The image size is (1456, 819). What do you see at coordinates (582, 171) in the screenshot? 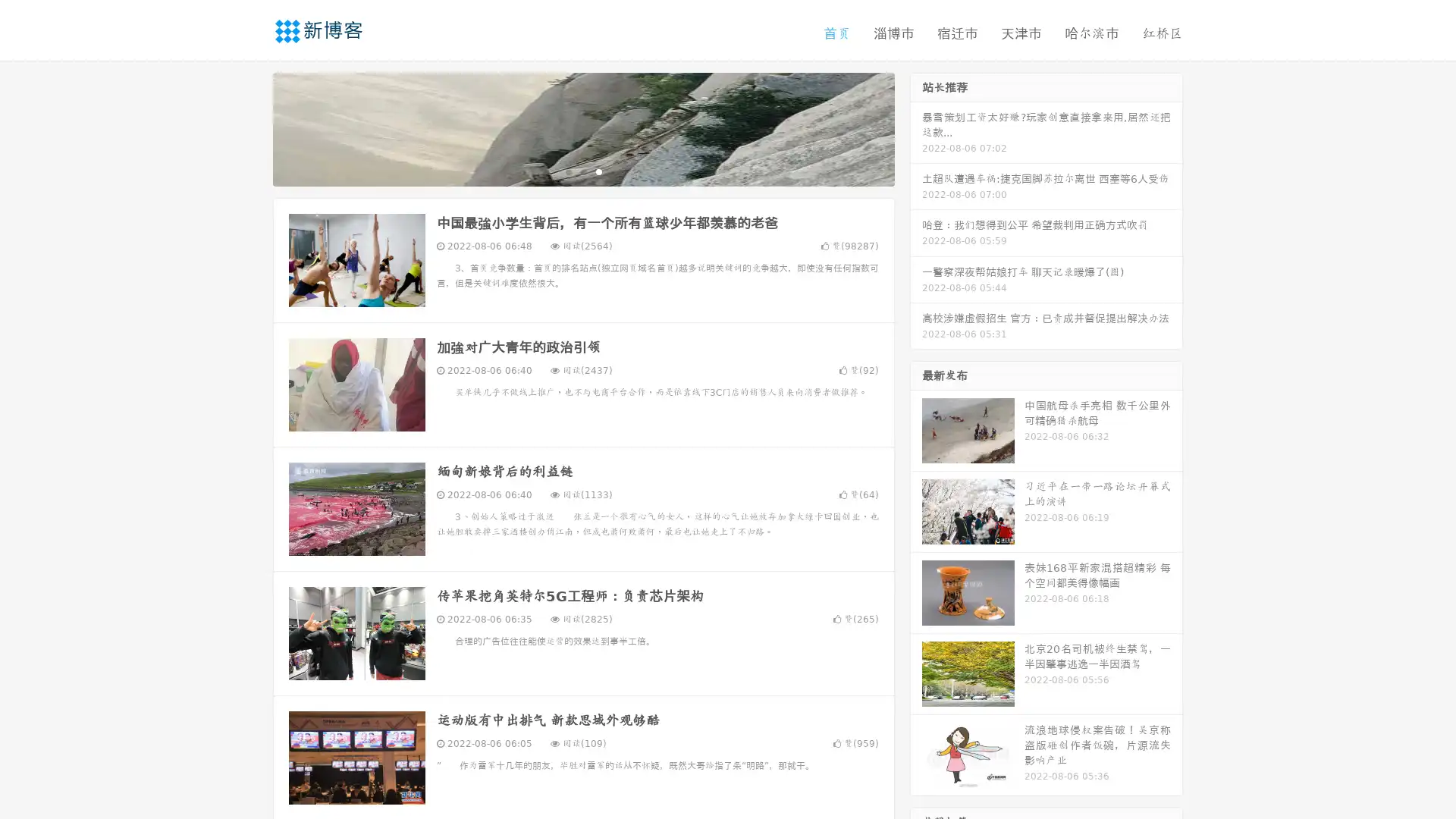
I see `Go to slide 2` at bounding box center [582, 171].